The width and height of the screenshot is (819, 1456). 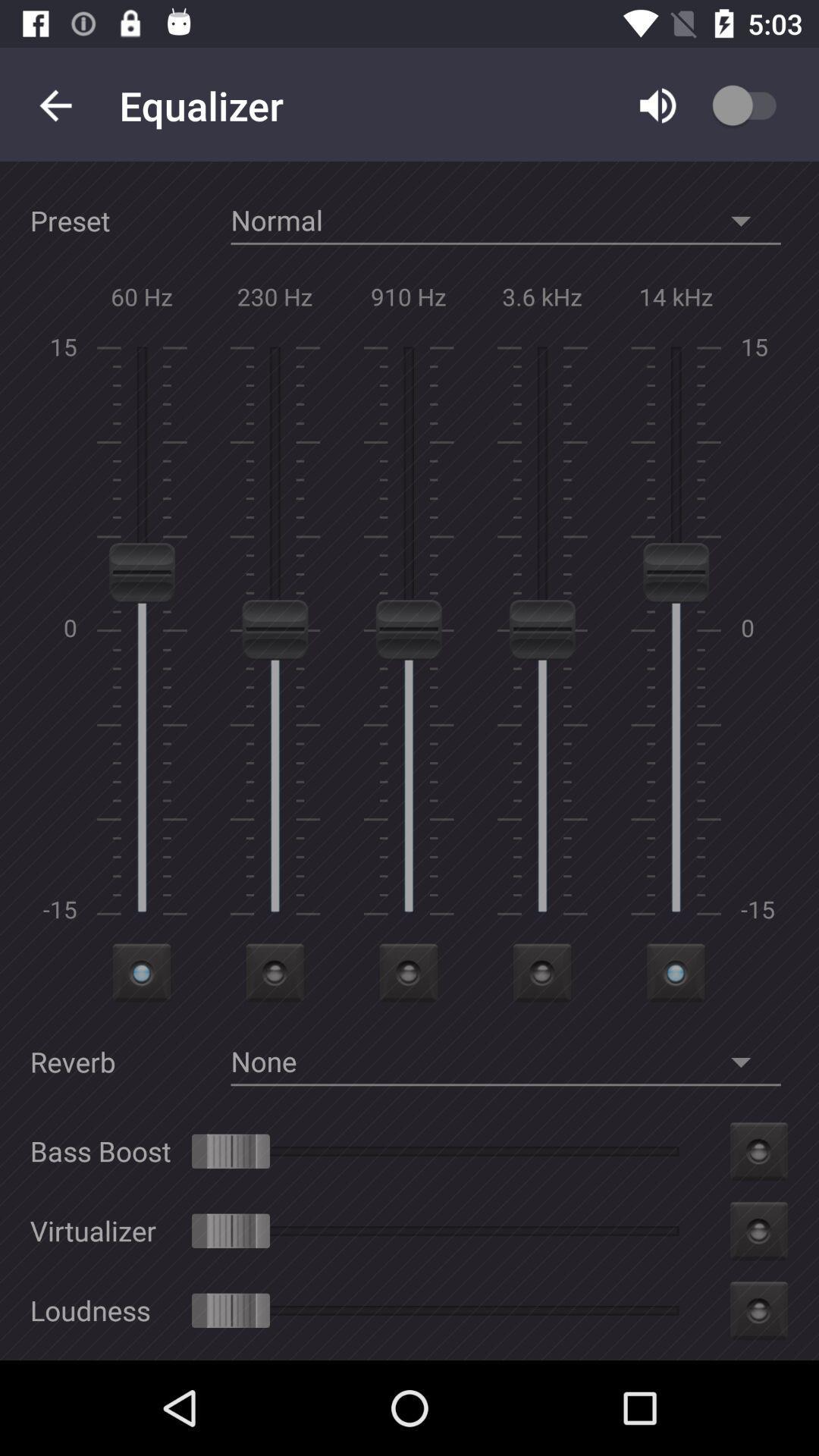 I want to click on the second icon from the bottom right of the page, so click(x=759, y=1231).